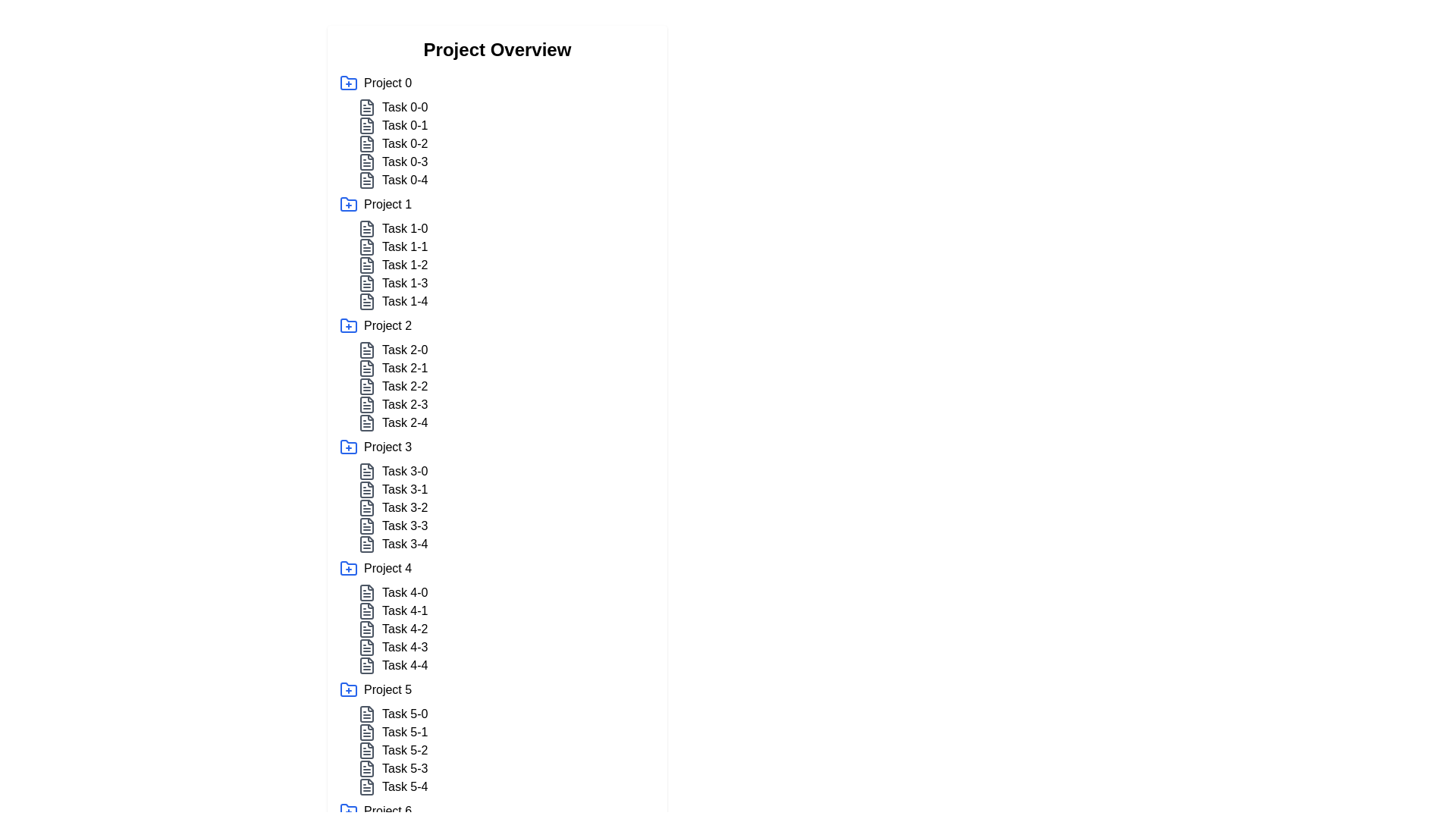 This screenshot has height=819, width=1456. I want to click on the non-interactive text label identifying 'Task 4-1', which is the second item under 'Project 4', so click(405, 610).